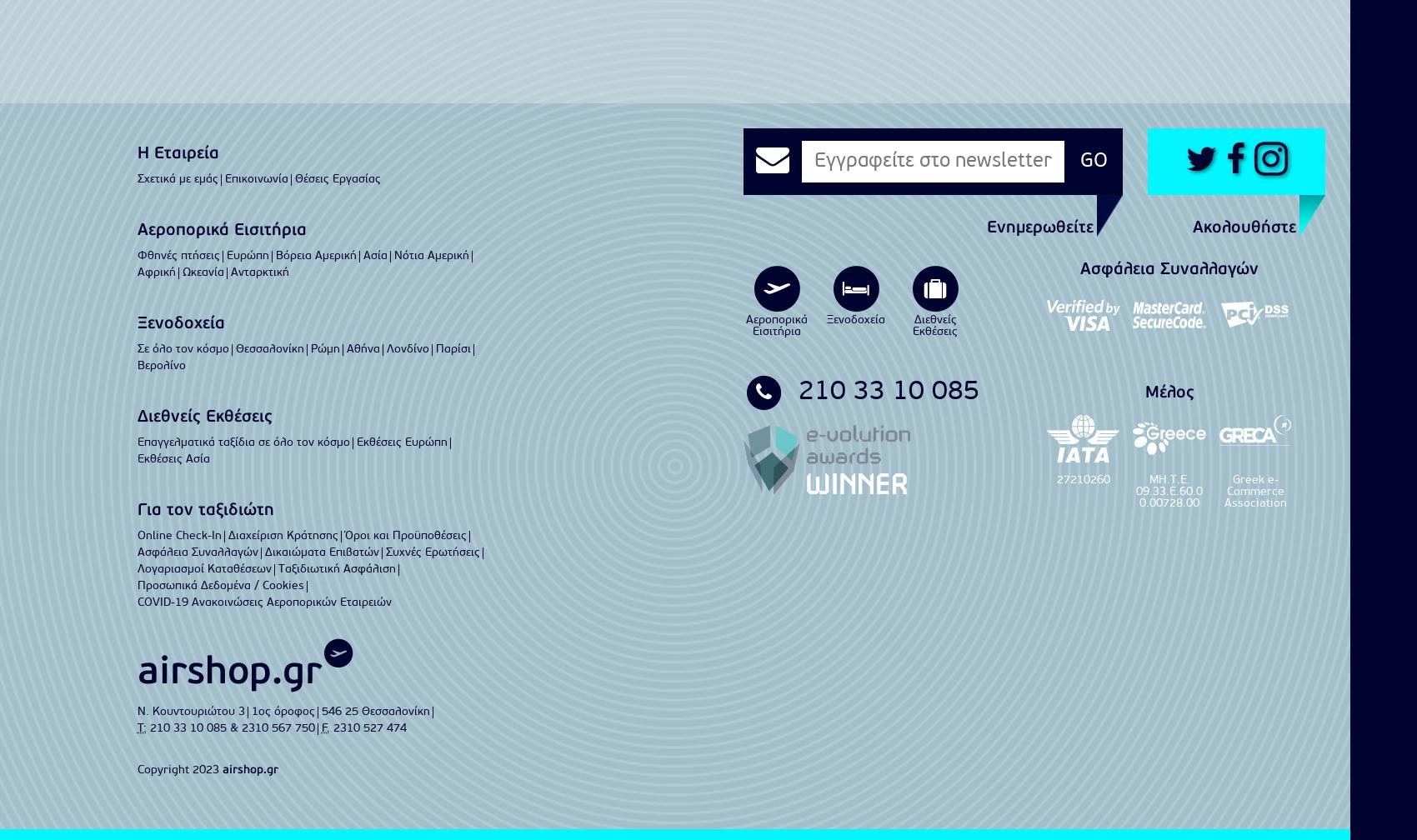  What do you see at coordinates (1169, 492) in the screenshot?
I see `'ΜΗ.Τ.Ε. 09.33.E.60.00.00728.00'` at bounding box center [1169, 492].